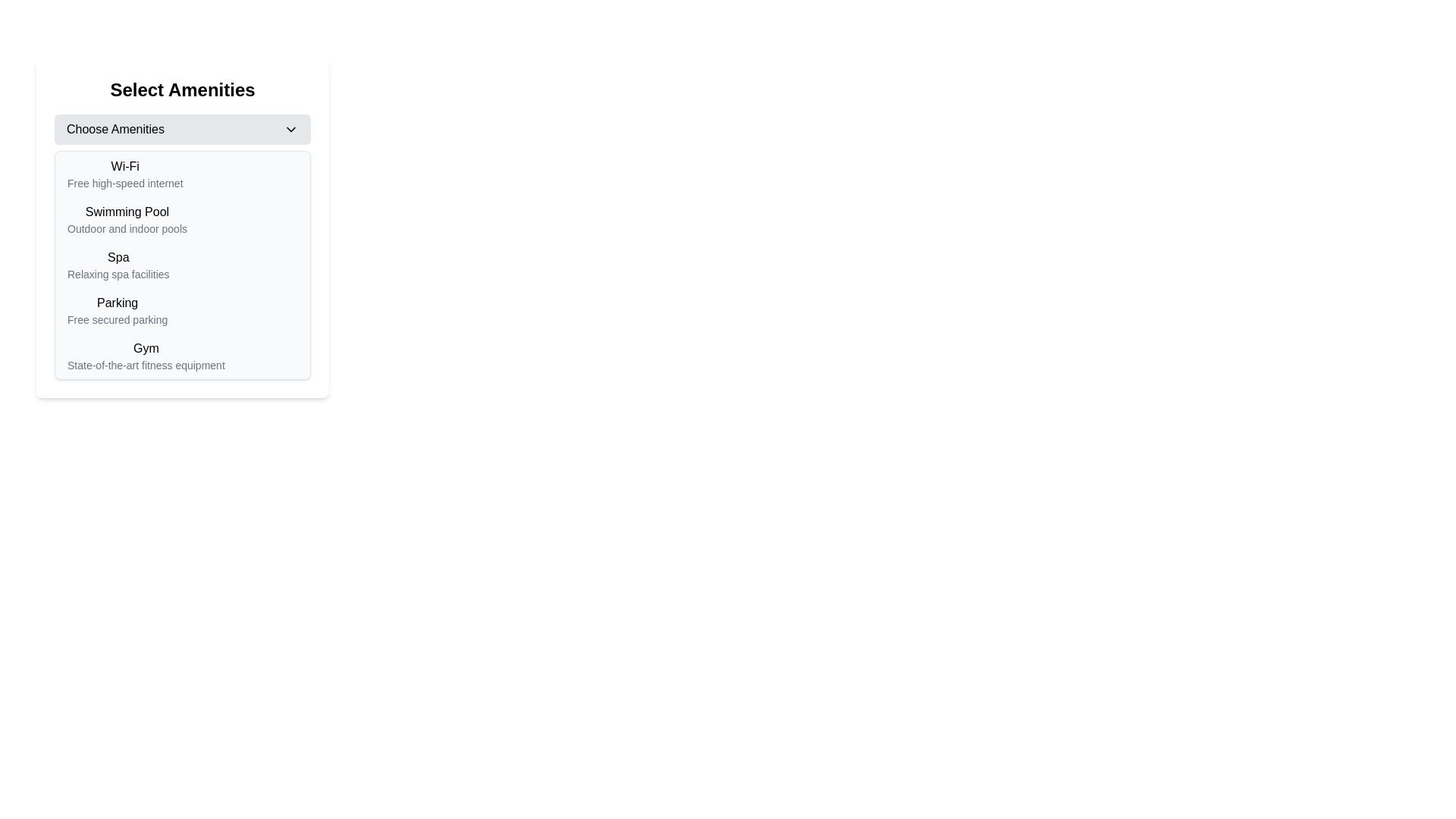 This screenshot has width=1456, height=819. Describe the element at coordinates (182, 174) in the screenshot. I see `the first list item labeled 'Wi-Fi' that describes 'Free high-speed internet', which is part of the amenities section below the 'Choose Amenities' dropdown` at that location.